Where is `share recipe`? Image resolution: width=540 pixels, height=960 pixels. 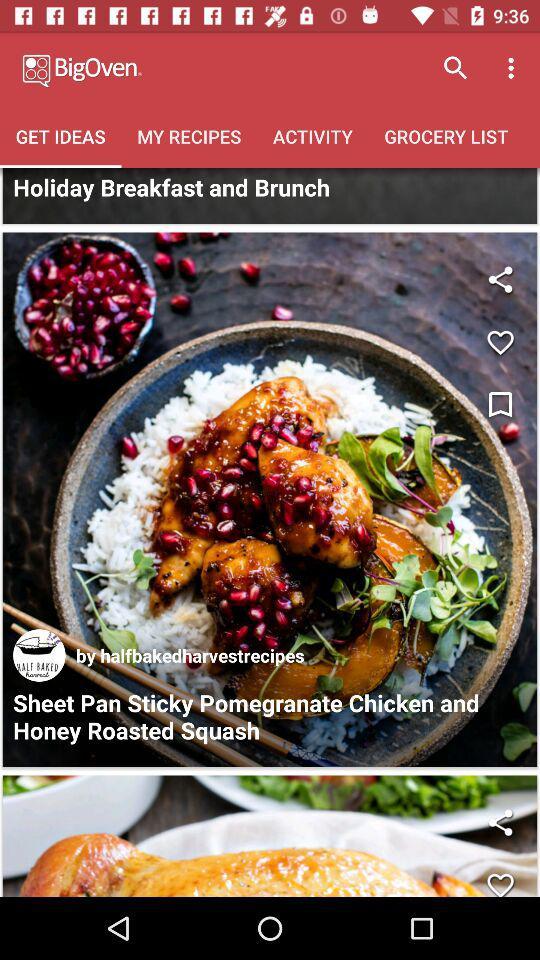
share recipe is located at coordinates (499, 822).